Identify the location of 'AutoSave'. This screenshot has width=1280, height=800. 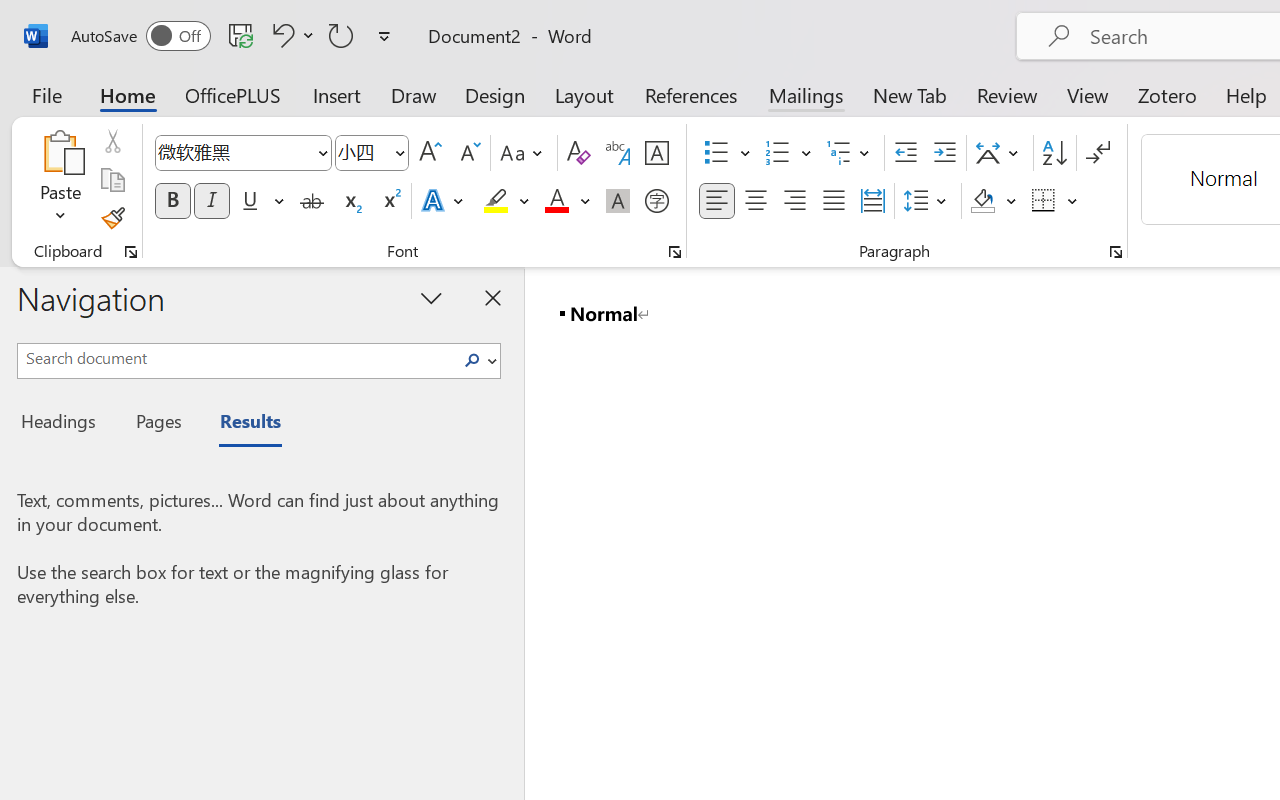
(139, 35).